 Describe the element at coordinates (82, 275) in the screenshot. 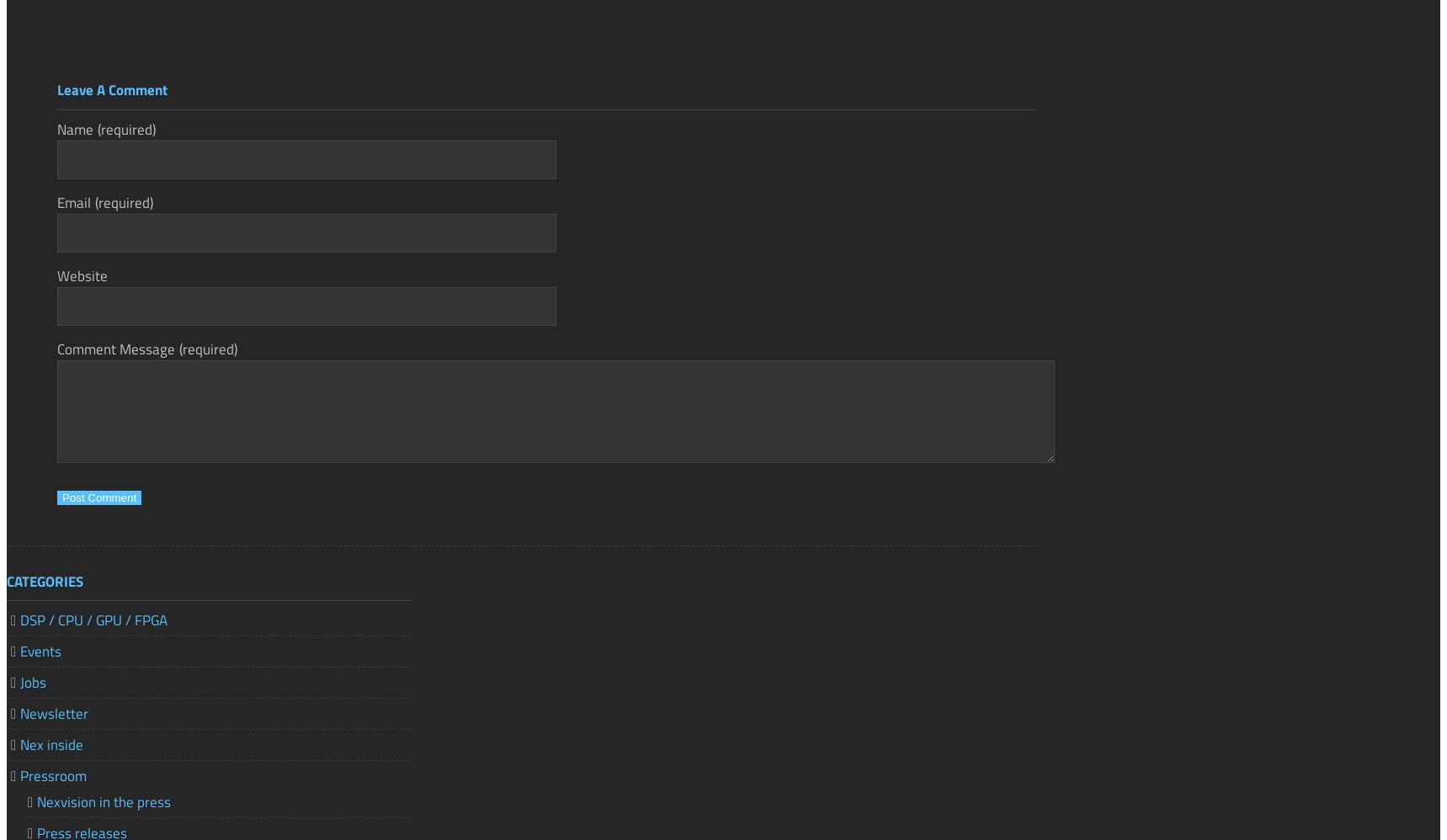

I see `'Website'` at that location.